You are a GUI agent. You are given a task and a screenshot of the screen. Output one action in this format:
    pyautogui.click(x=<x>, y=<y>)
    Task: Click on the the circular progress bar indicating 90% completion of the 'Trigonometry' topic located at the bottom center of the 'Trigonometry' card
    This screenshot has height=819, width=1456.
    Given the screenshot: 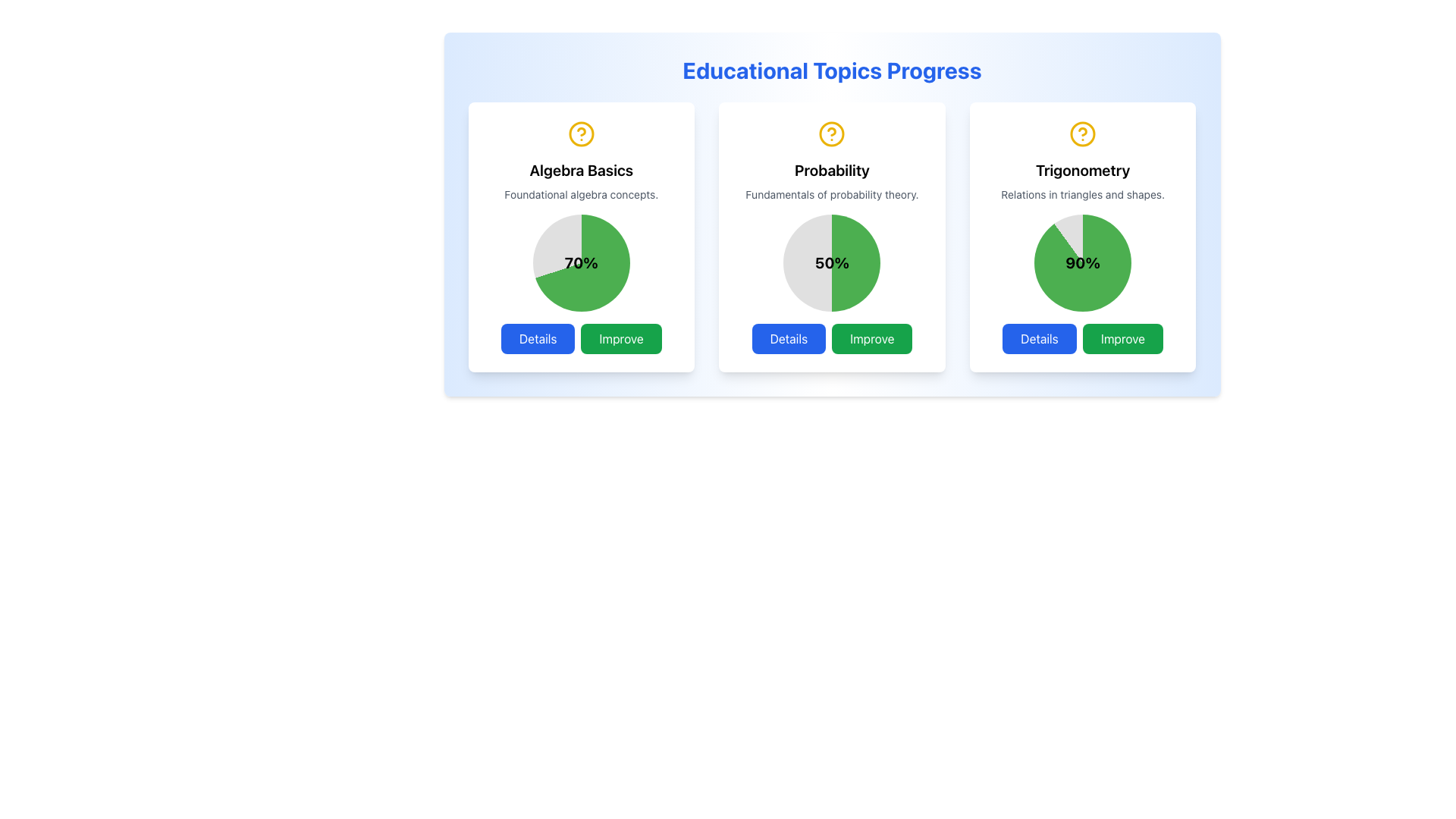 What is the action you would take?
    pyautogui.click(x=1082, y=262)
    